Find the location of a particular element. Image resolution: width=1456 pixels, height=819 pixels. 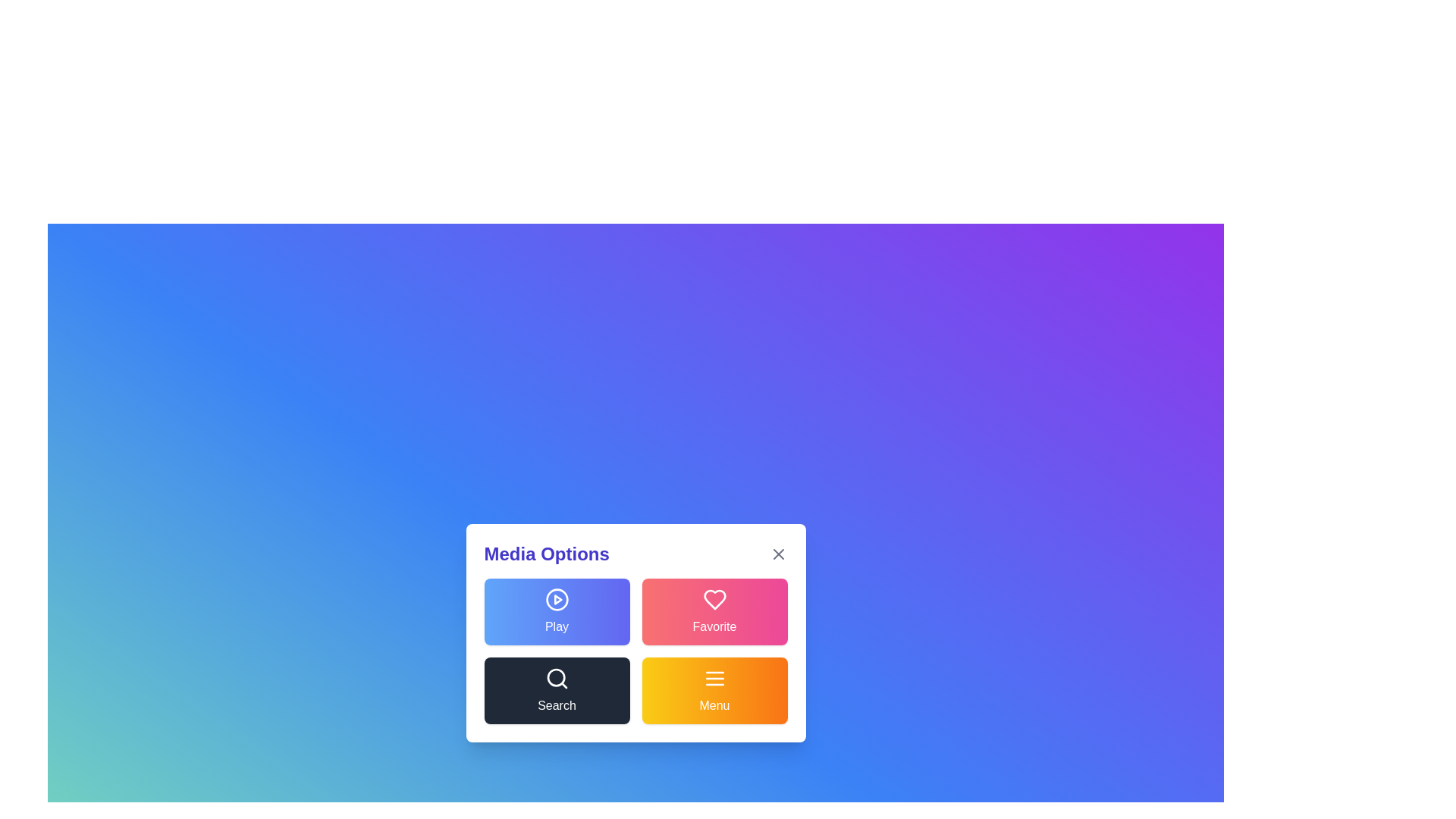

the menu icon represented by an SVG graphic with three horizontal lines, styled with a gradient orange background is located at coordinates (714, 677).